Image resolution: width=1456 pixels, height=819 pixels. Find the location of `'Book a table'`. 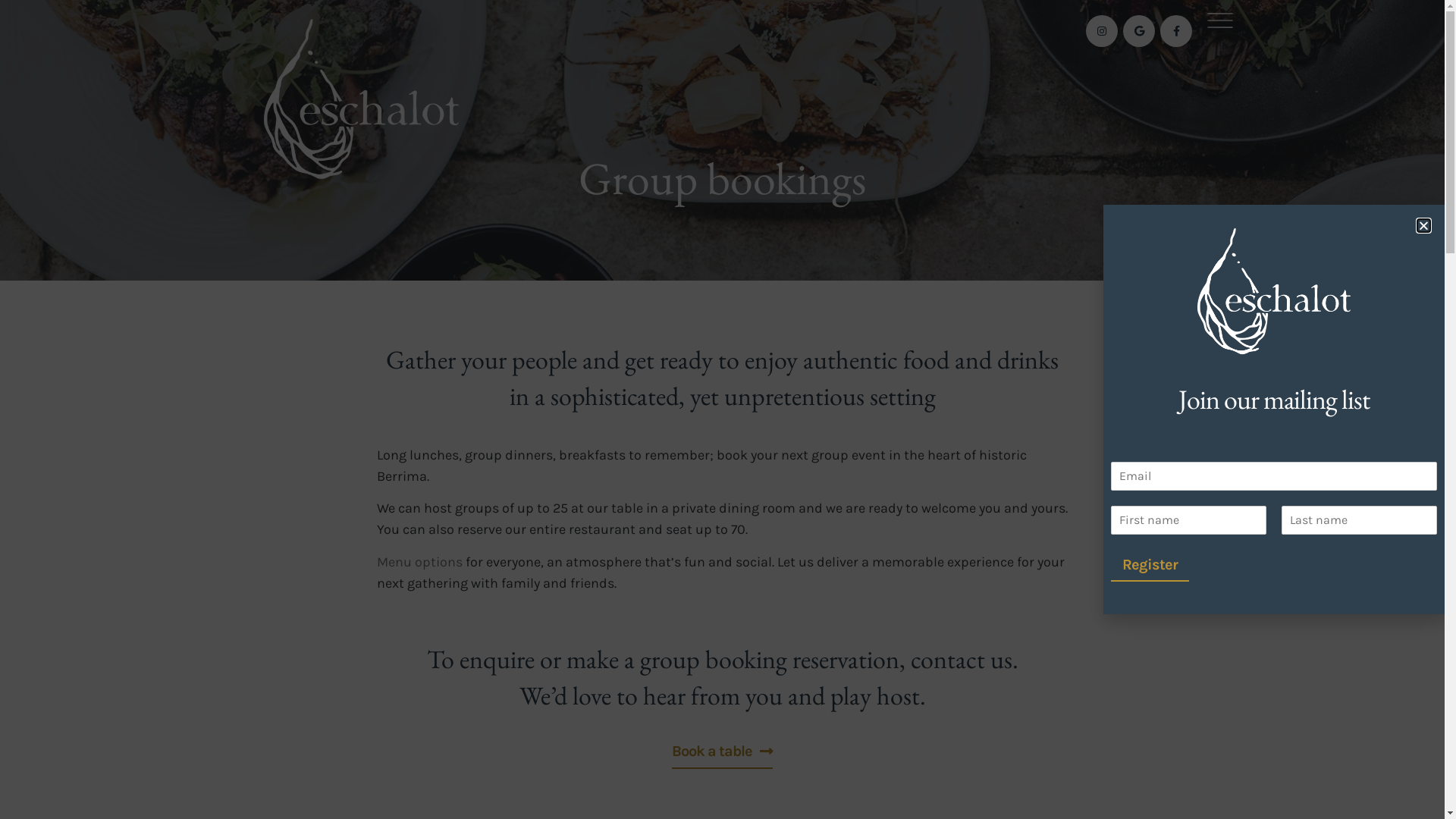

'Book a table' is located at coordinates (671, 748).